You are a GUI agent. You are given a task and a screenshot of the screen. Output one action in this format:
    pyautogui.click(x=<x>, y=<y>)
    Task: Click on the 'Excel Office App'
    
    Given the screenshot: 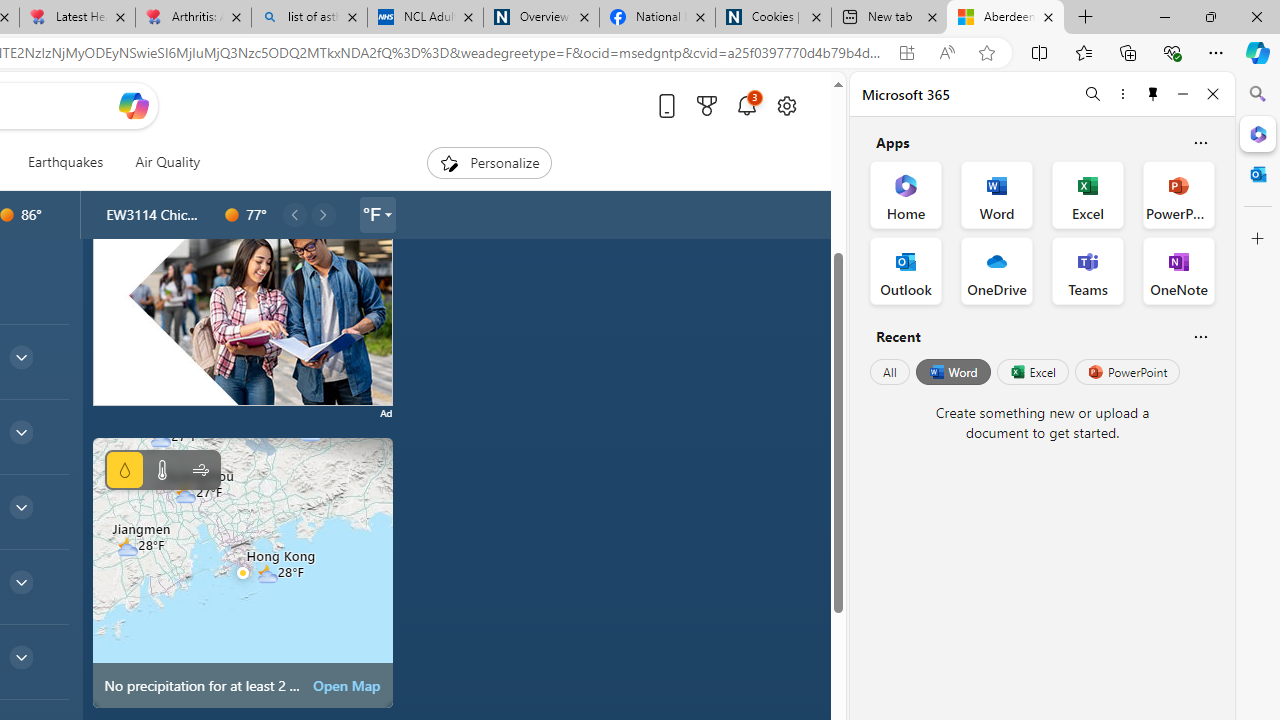 What is the action you would take?
    pyautogui.click(x=1087, y=195)
    